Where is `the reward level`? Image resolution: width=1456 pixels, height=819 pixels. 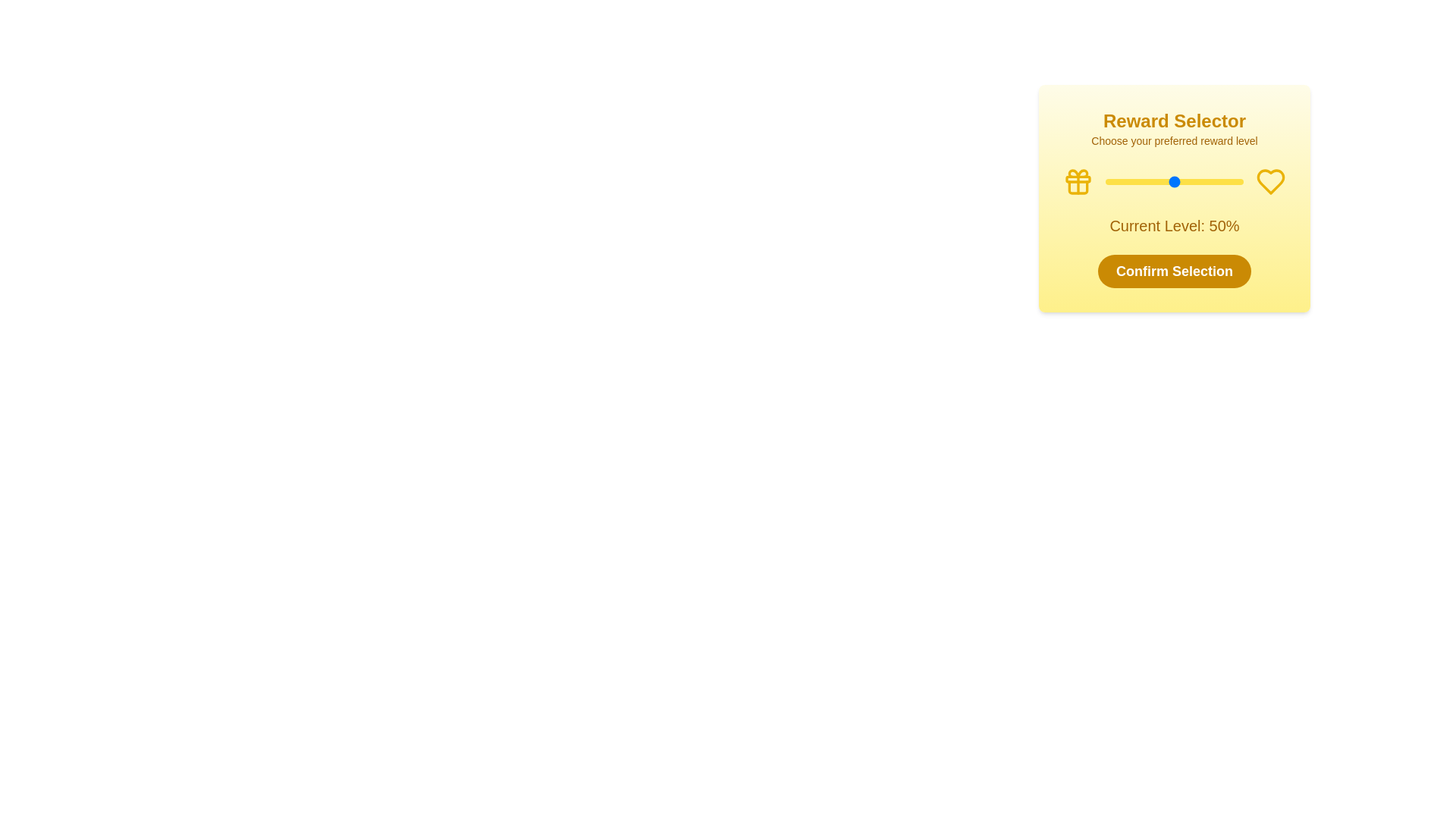 the reward level is located at coordinates (1164, 180).